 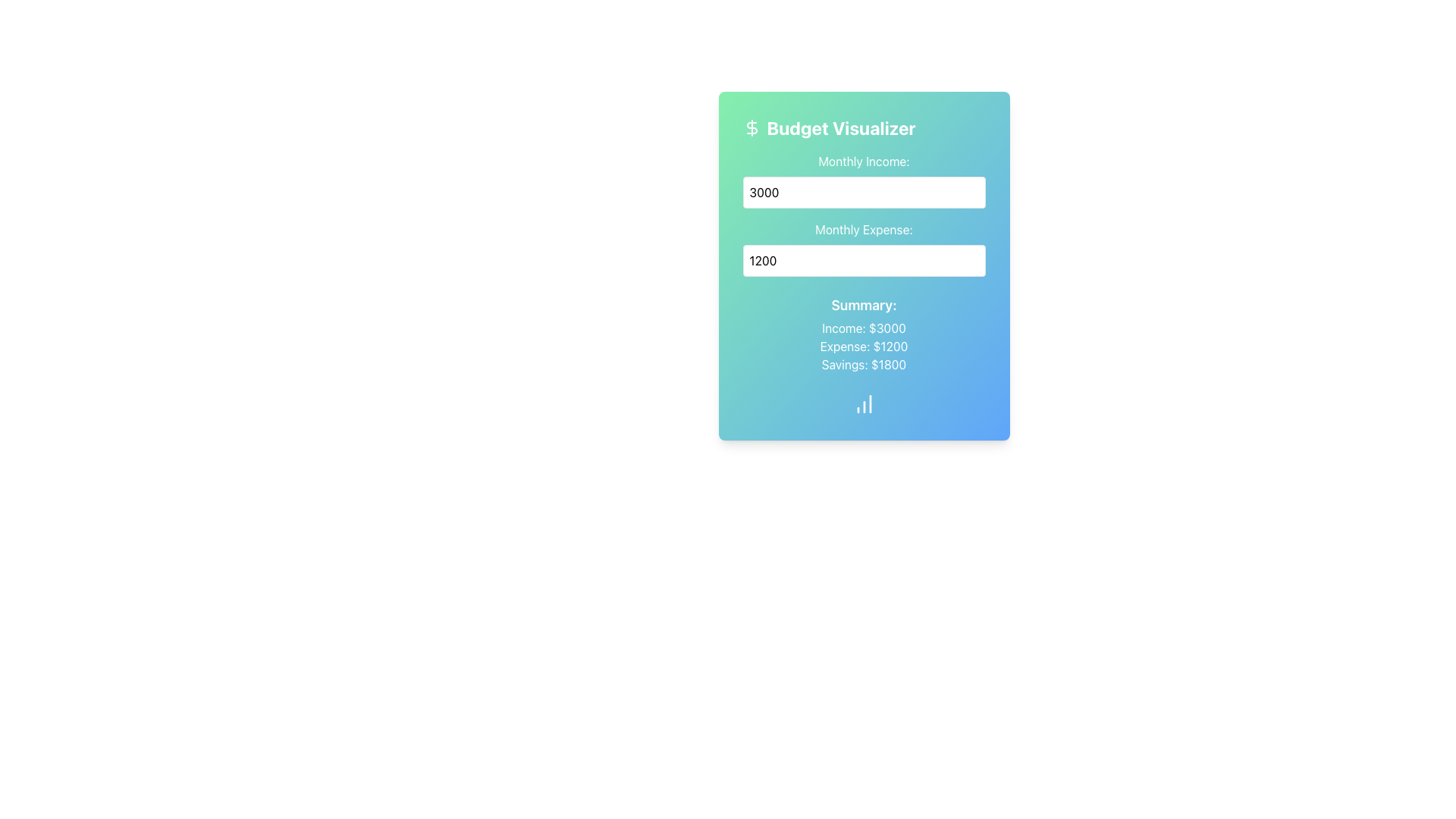 I want to click on label displaying 'Monthly Income:' located at the upper portion of the card interface, above the input field for entering a monetary value, so click(x=864, y=161).